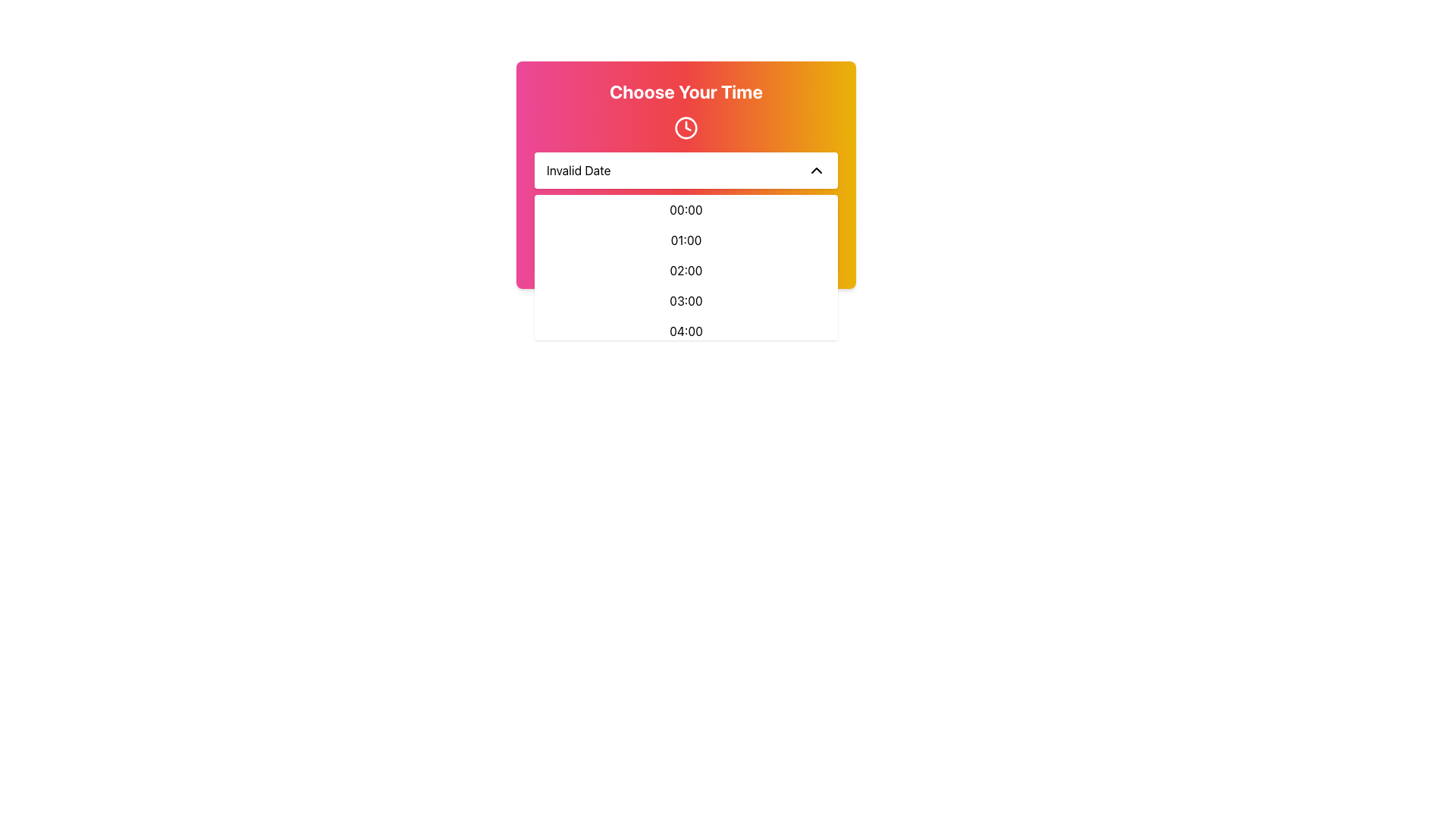  I want to click on the first option in the dropdown menu labeled '00:00' to trigger the yellow highlighting, so click(686, 210).